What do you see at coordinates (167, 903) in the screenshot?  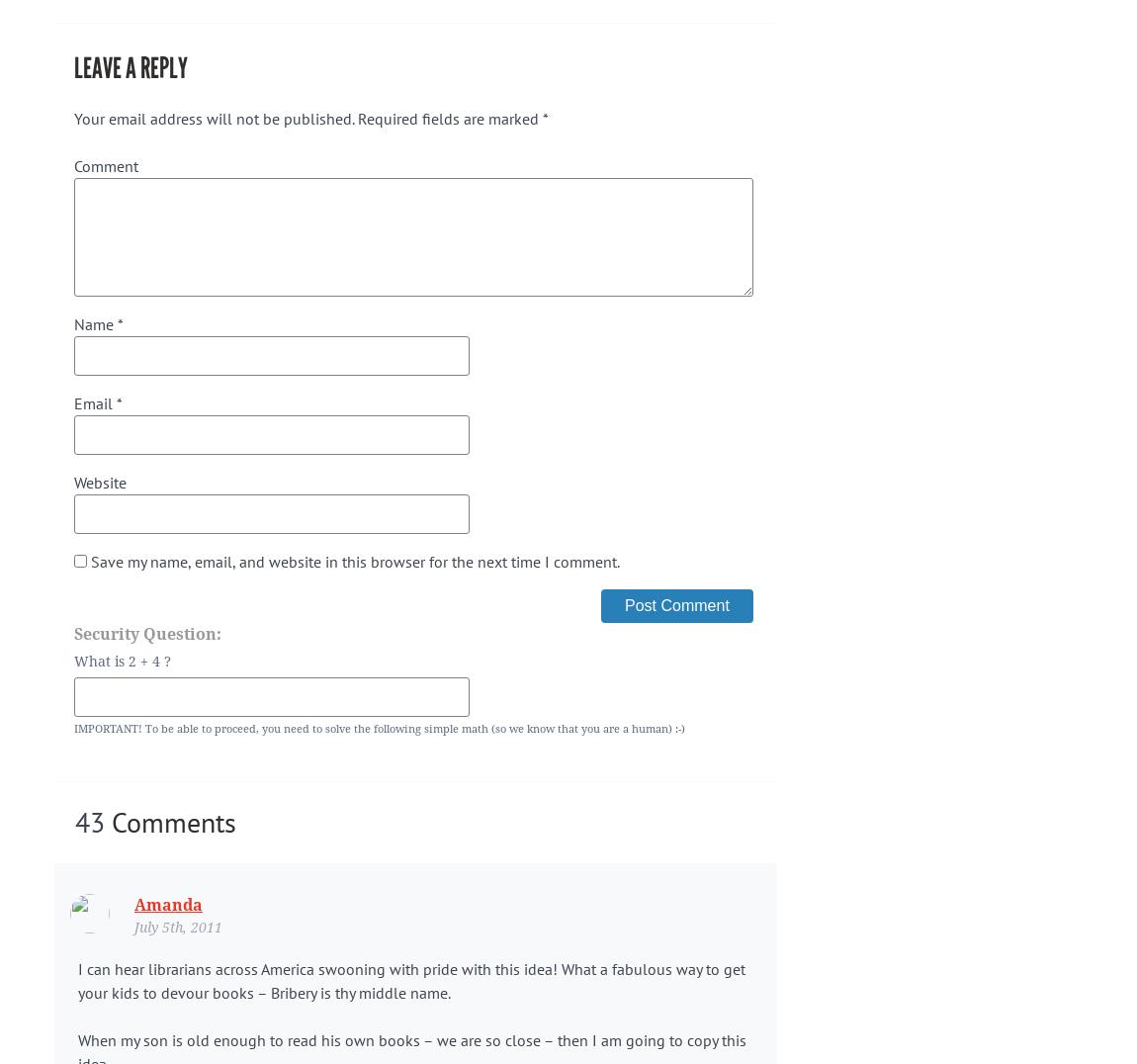 I see `'Amanda'` at bounding box center [167, 903].